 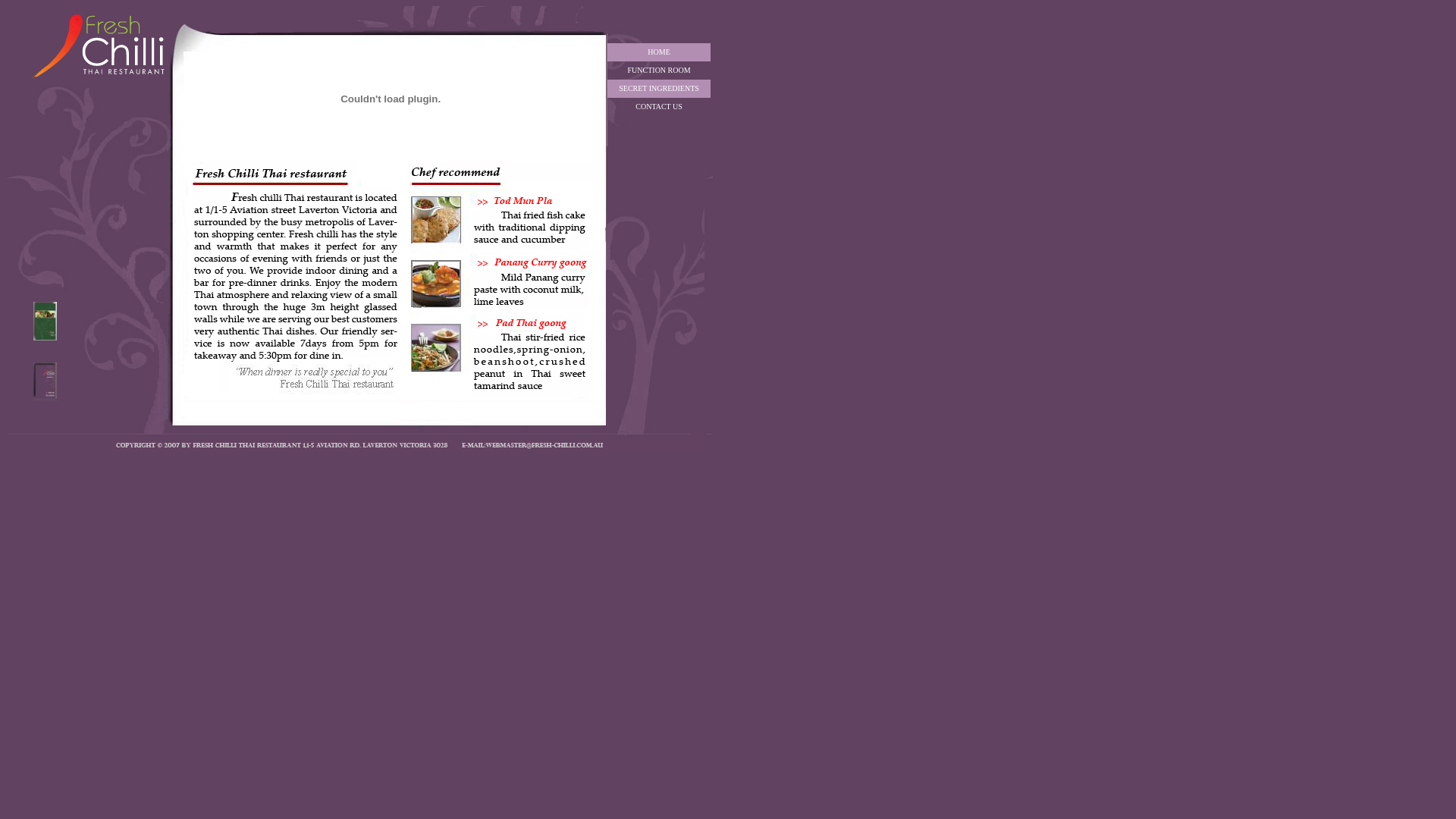 I want to click on 'HOME', so click(x=658, y=50).